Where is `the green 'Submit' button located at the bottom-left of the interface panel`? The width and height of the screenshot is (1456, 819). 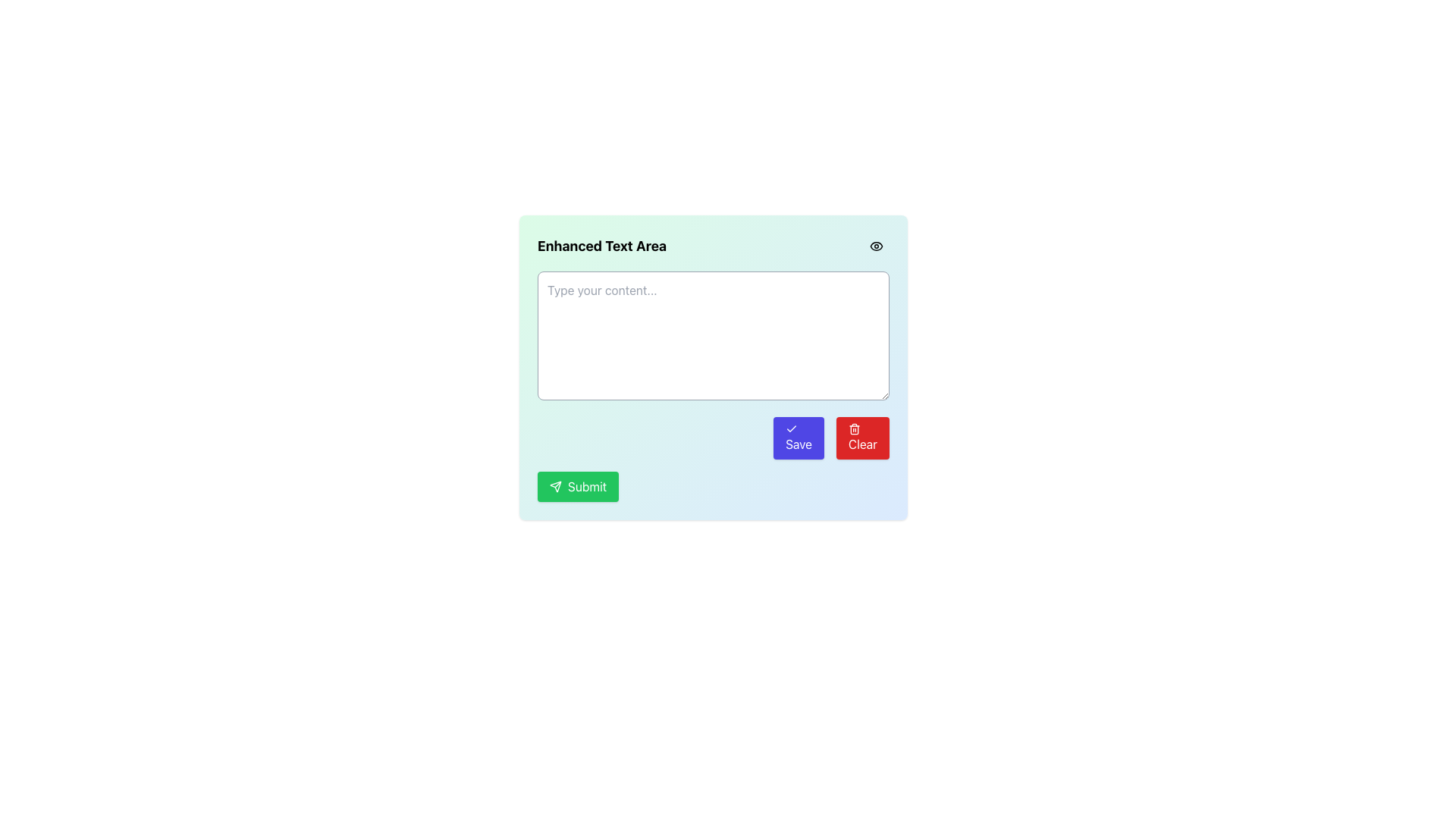 the green 'Submit' button located at the bottom-left of the interface panel is located at coordinates (555, 486).